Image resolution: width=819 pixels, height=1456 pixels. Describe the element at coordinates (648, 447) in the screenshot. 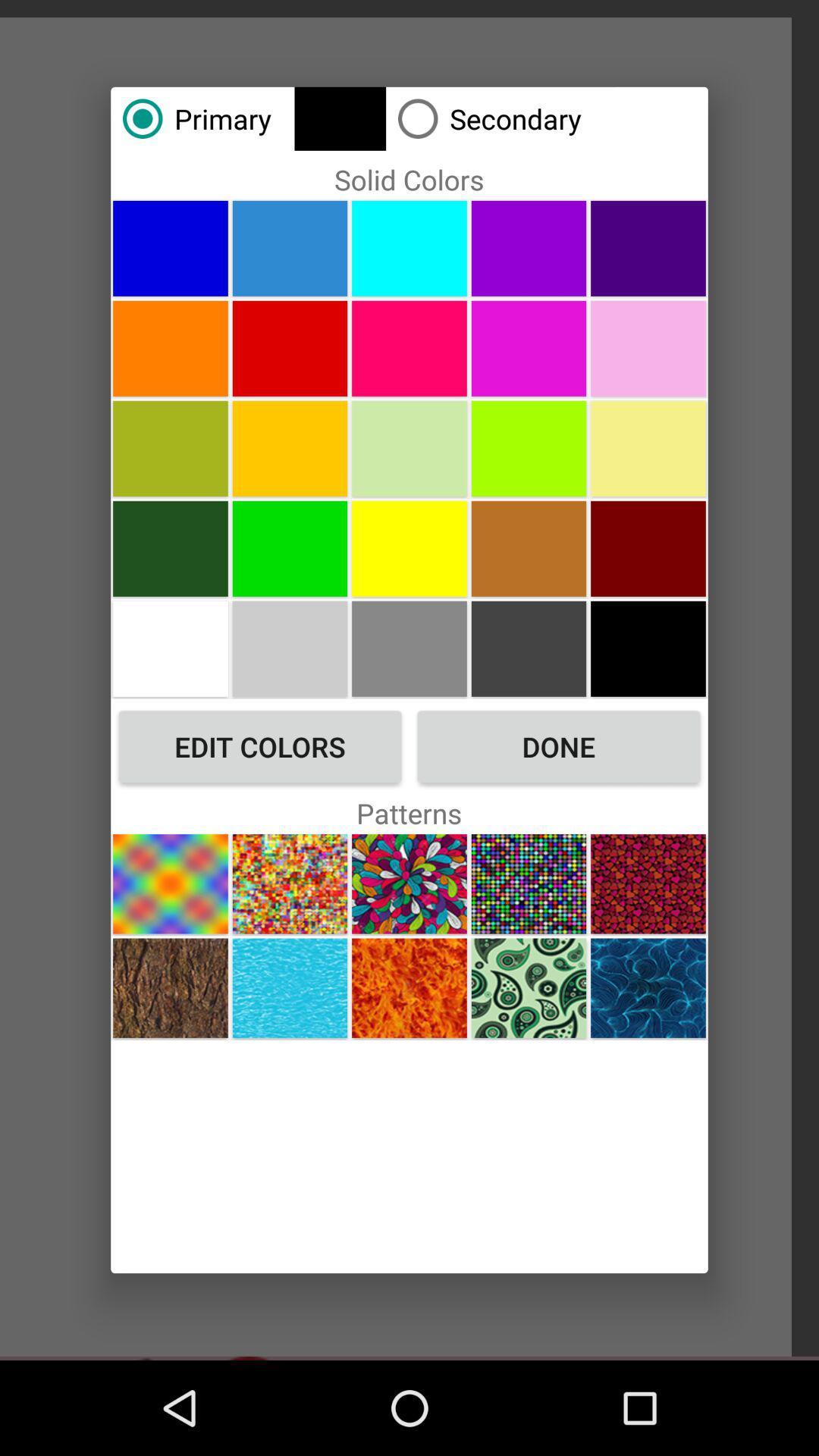

I see `color light yellow` at that location.